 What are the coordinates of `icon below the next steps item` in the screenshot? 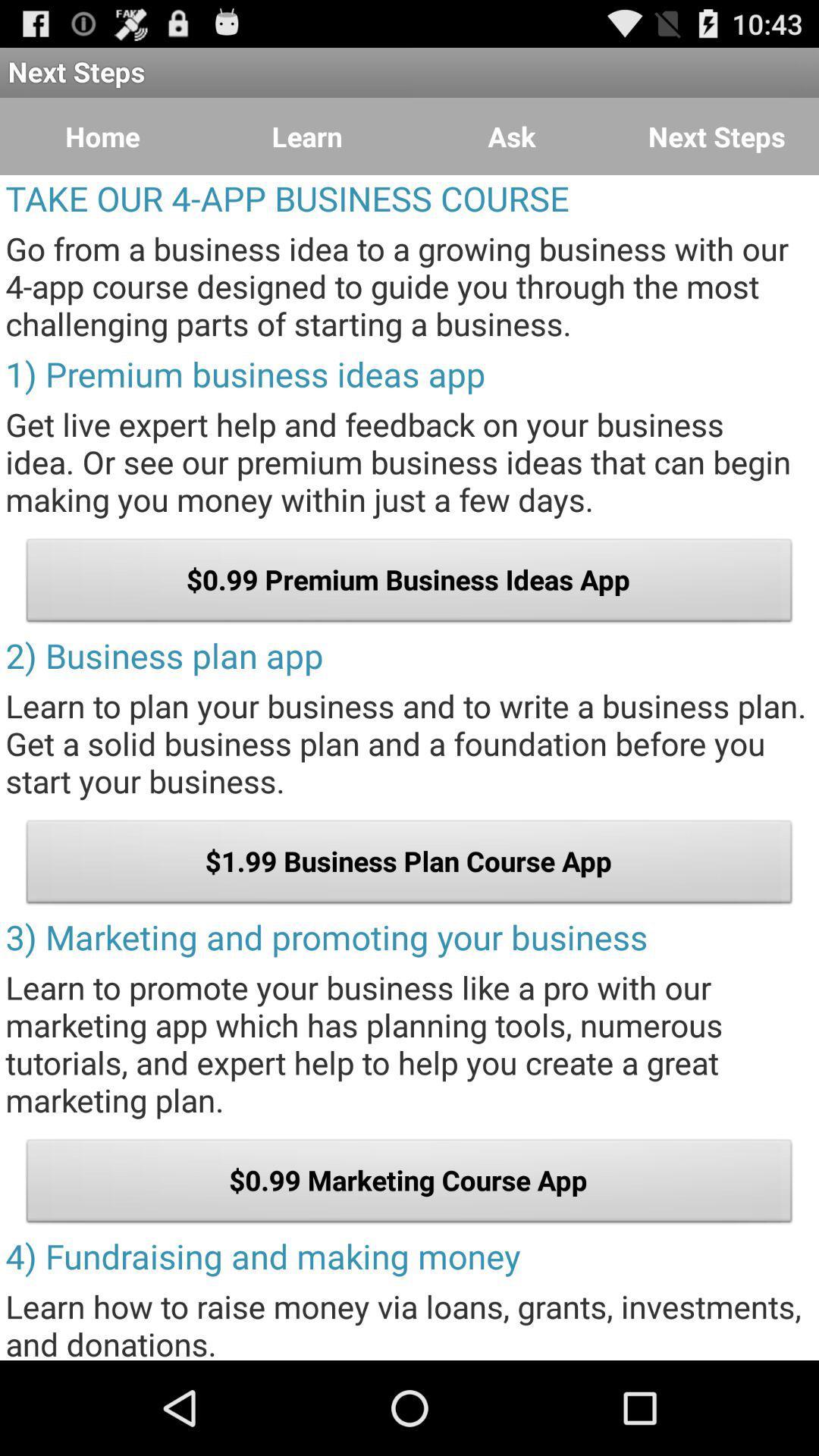 It's located at (102, 136).